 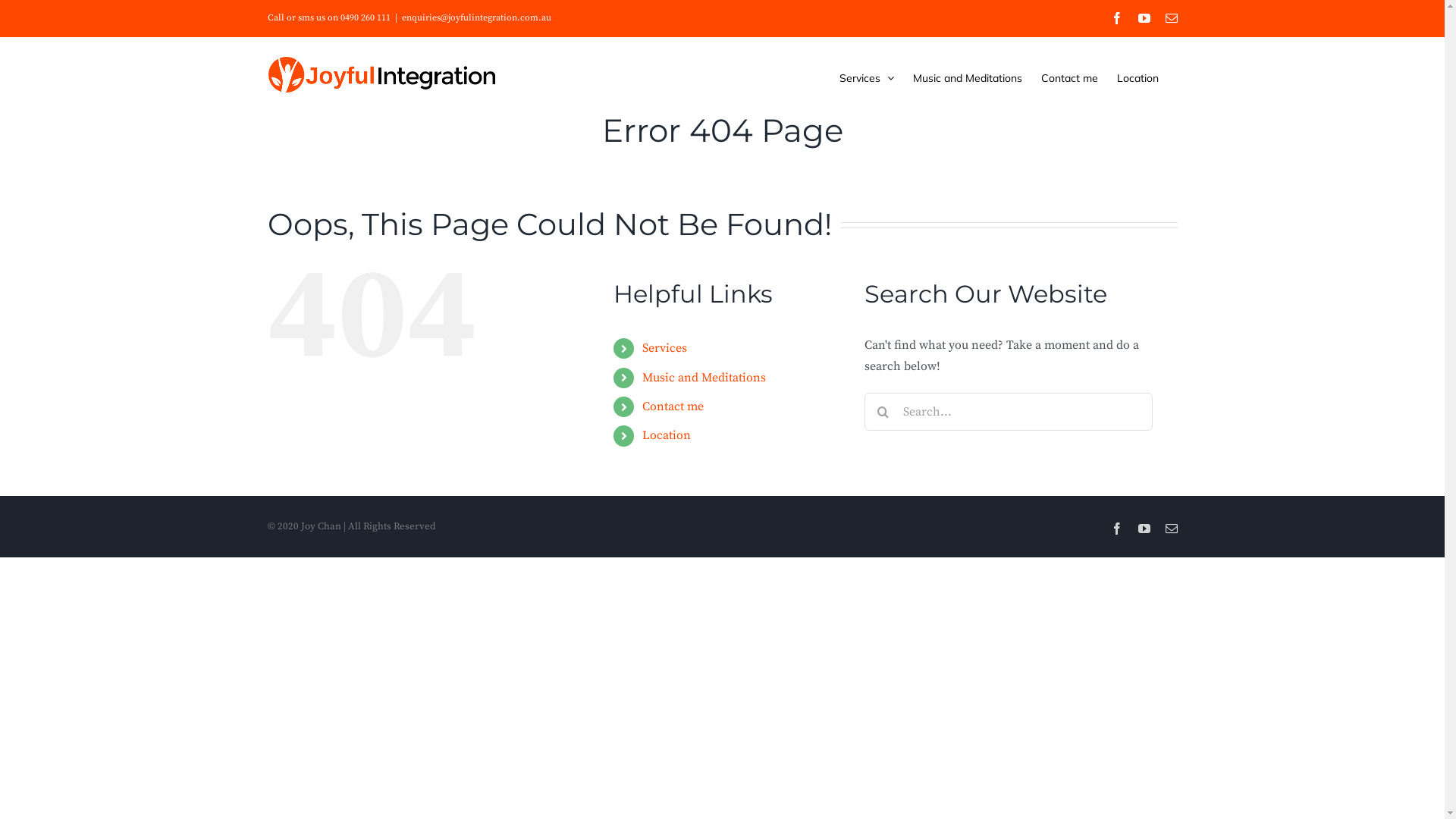 I want to click on 'Contact me', so click(x=672, y=406).